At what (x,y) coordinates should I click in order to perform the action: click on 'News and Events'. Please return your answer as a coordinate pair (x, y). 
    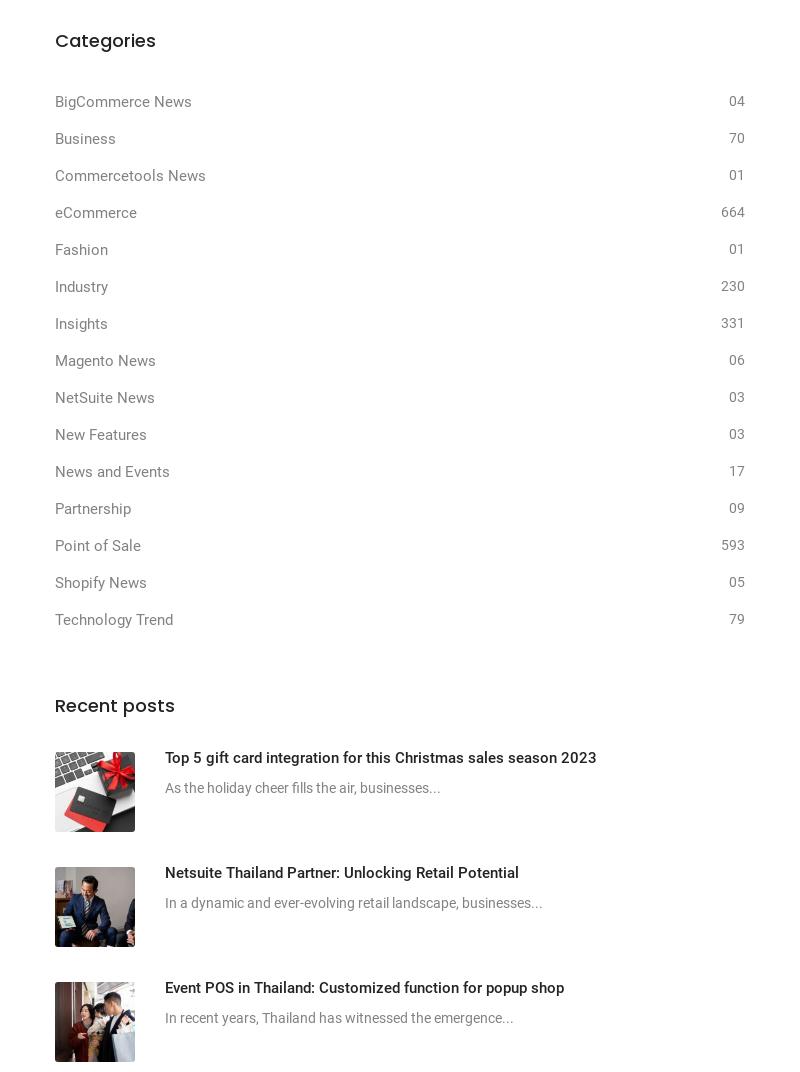
    Looking at the image, I should click on (111, 471).